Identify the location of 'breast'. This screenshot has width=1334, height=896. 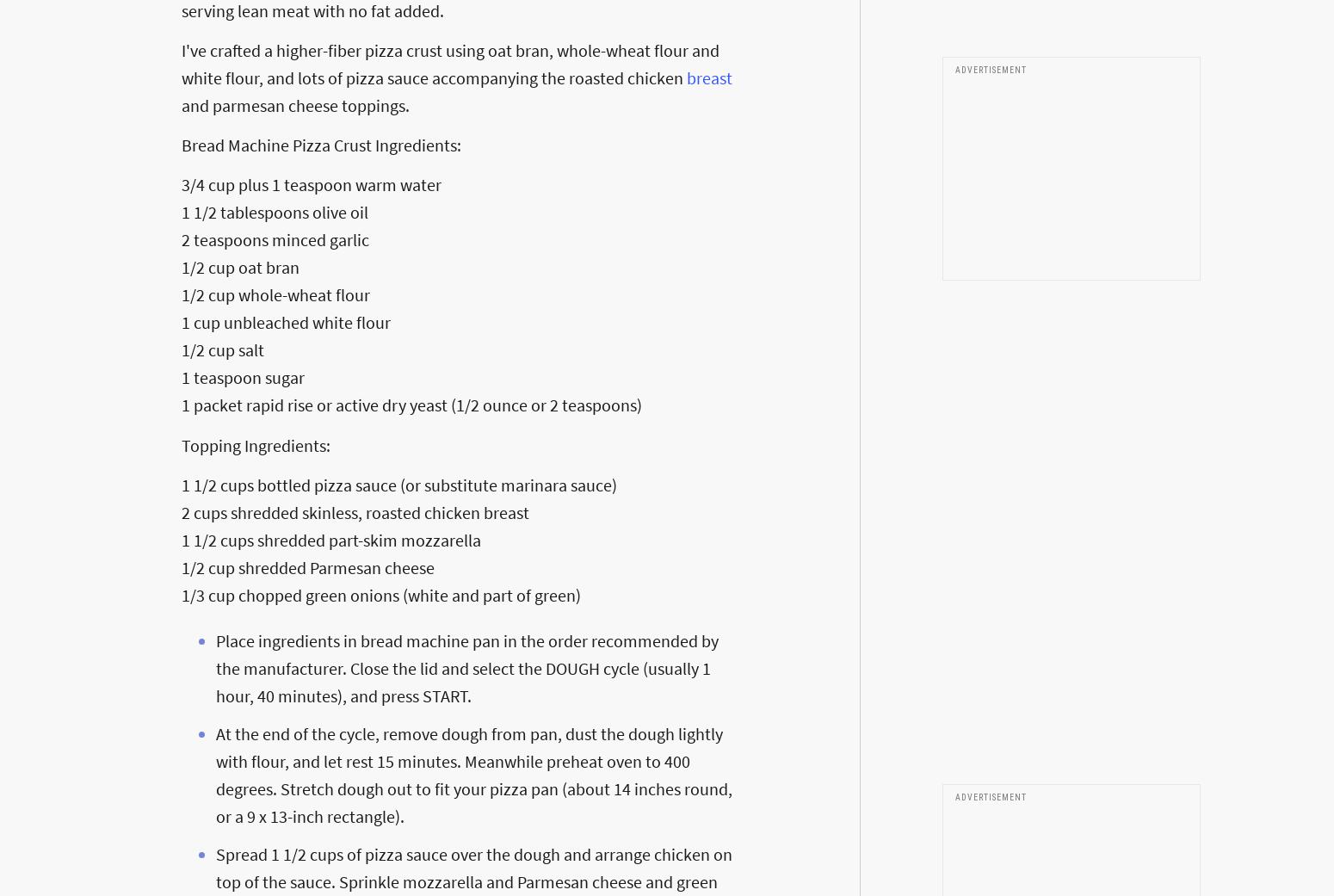
(685, 76).